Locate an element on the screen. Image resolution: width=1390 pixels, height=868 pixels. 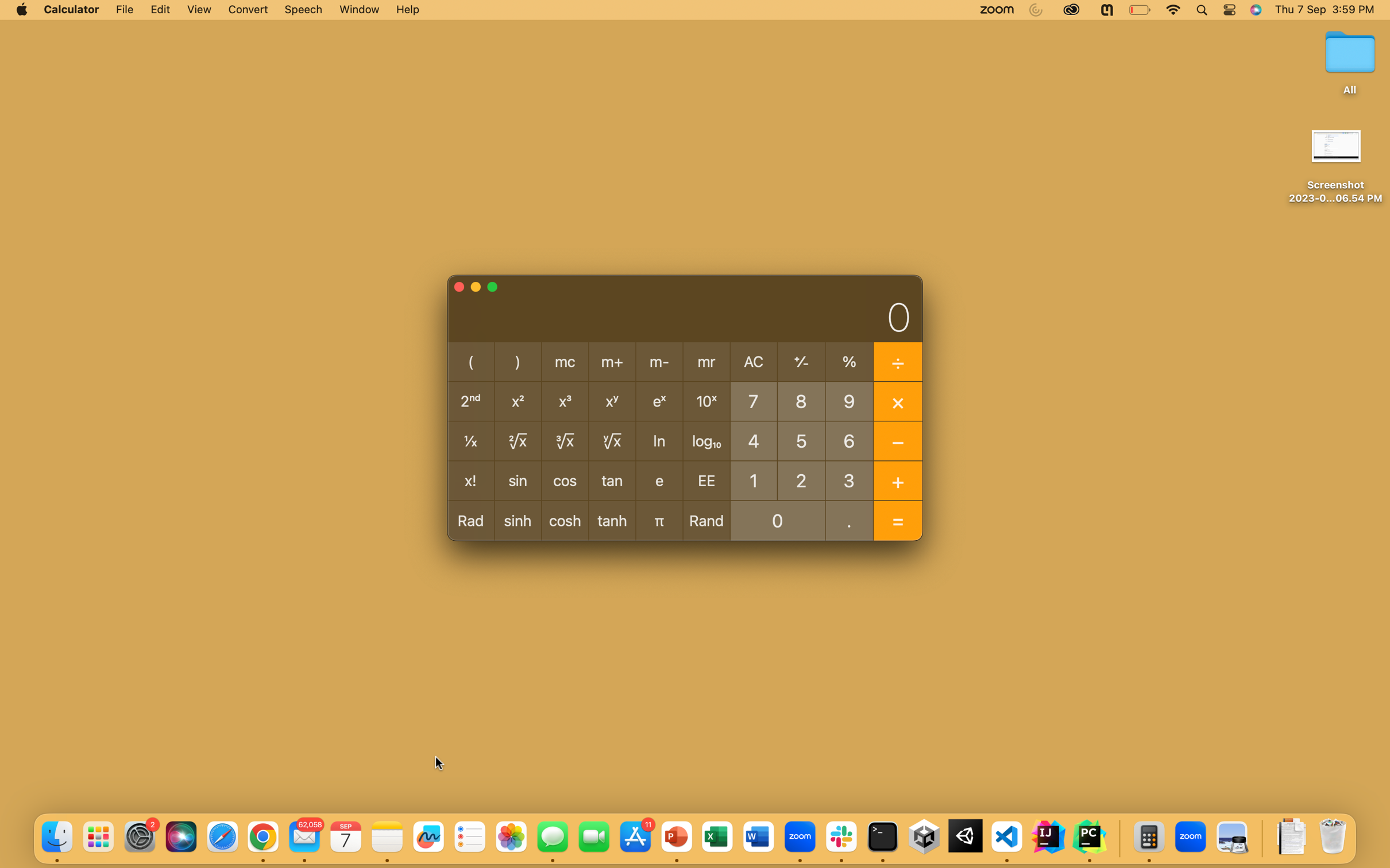
Enter the digits 3 and 0, then select the tangent function is located at coordinates (850, 479).